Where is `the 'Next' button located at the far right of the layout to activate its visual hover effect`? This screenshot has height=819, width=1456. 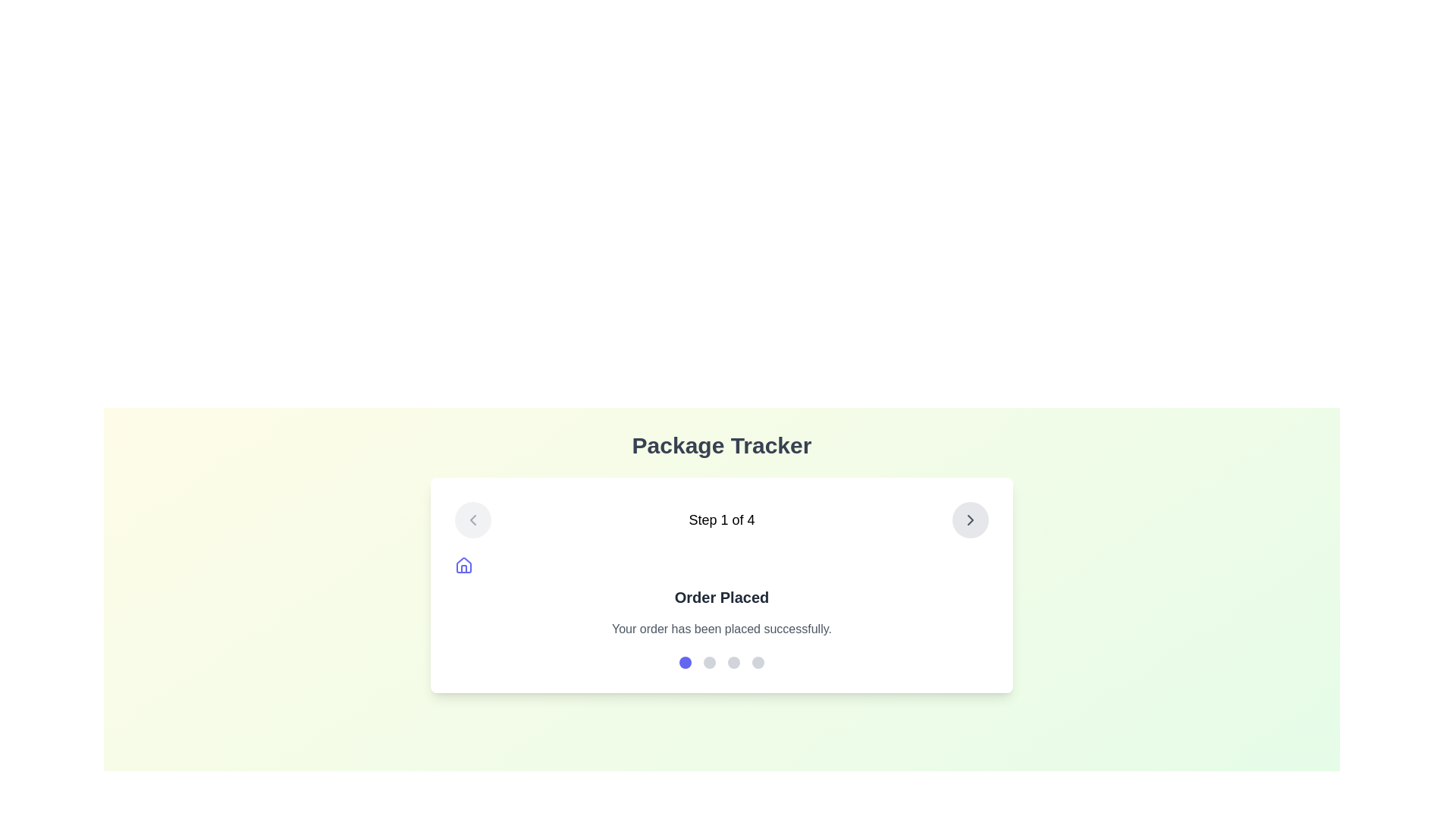 the 'Next' button located at the far right of the layout to activate its visual hover effect is located at coordinates (971, 519).